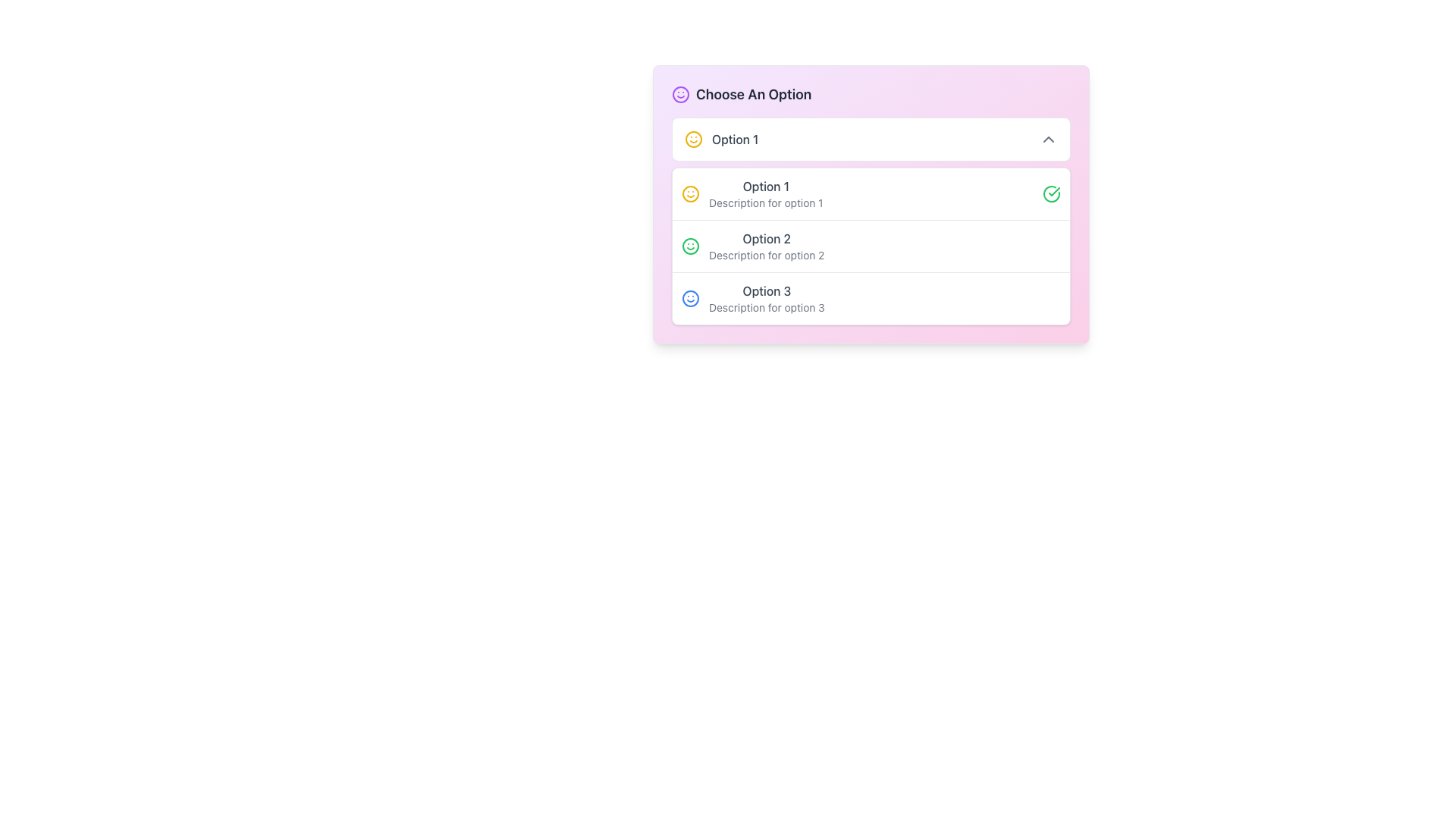  Describe the element at coordinates (690, 193) in the screenshot. I see `the yellow circular element that is part of the smiley-face icon located at the top-left of the interface` at that location.